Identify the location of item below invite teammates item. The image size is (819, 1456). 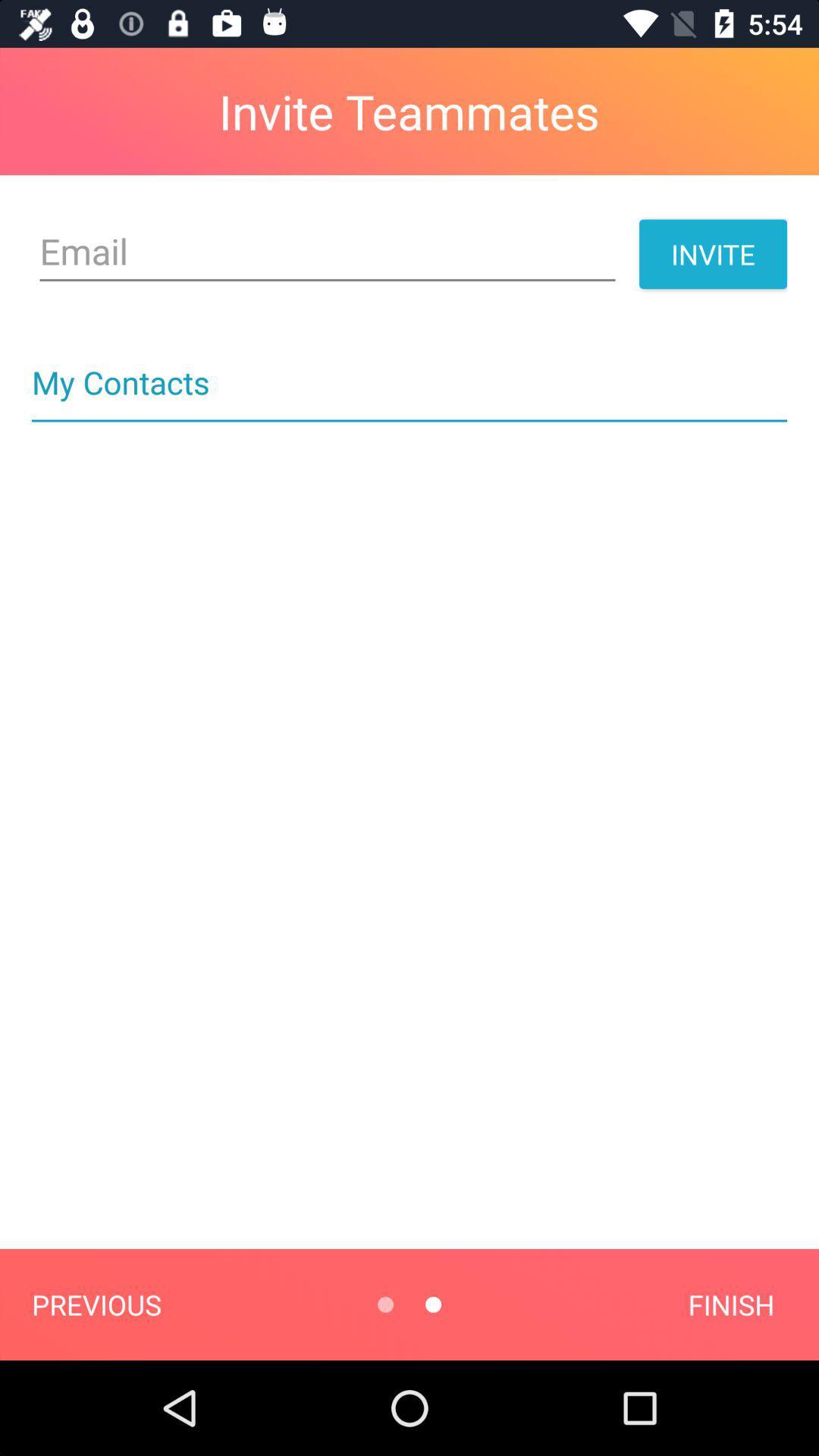
(327, 252).